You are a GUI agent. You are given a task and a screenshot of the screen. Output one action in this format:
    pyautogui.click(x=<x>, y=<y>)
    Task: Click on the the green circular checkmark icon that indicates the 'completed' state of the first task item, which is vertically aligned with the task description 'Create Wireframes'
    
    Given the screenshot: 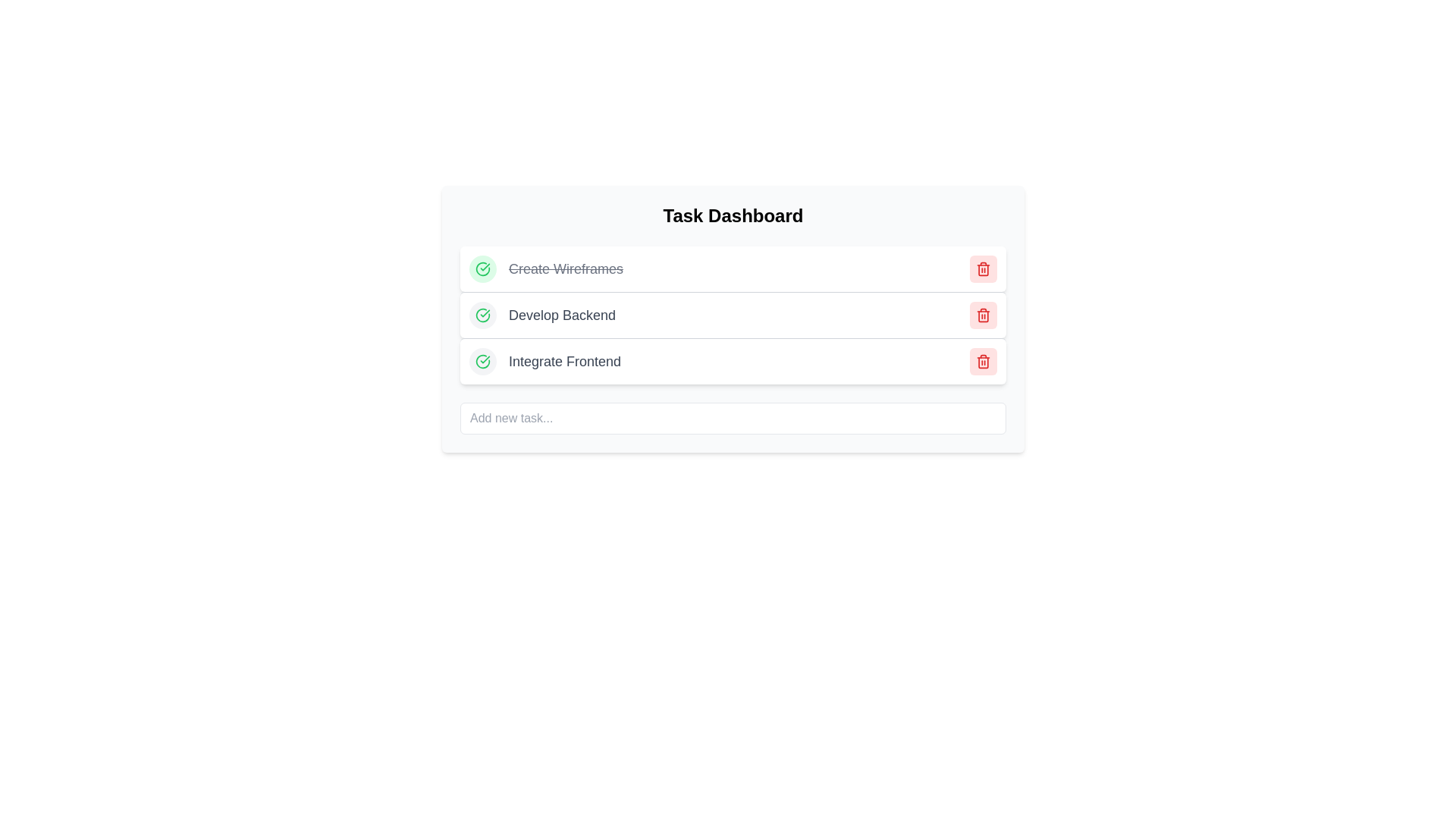 What is the action you would take?
    pyautogui.click(x=482, y=315)
    